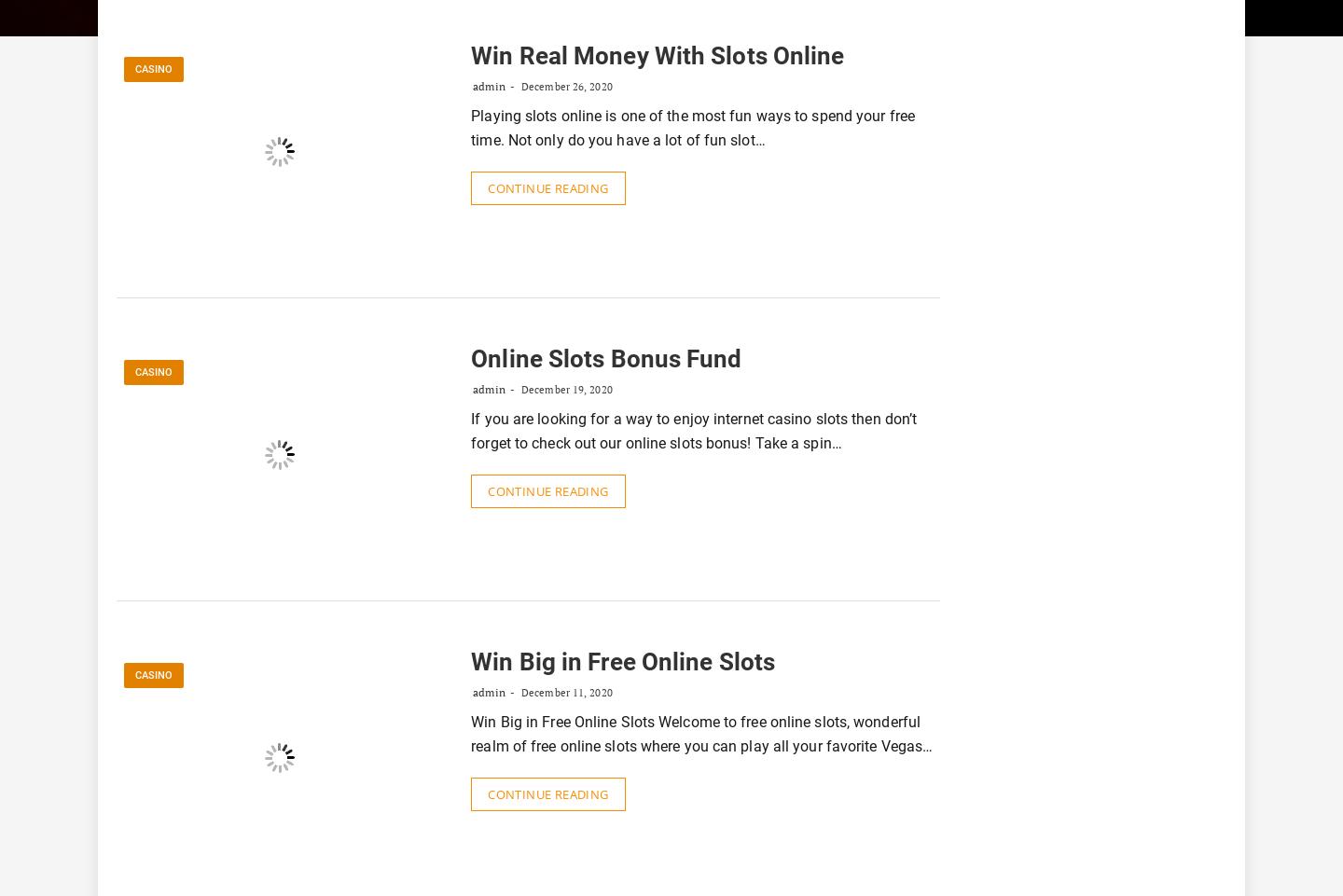 Image resolution: width=1343 pixels, height=896 pixels. Describe the element at coordinates (693, 429) in the screenshot. I see `'If you are looking for a way to enjoy internet casino slots then don’t forget to check out our online slots bonus! Take a spin…'` at that location.